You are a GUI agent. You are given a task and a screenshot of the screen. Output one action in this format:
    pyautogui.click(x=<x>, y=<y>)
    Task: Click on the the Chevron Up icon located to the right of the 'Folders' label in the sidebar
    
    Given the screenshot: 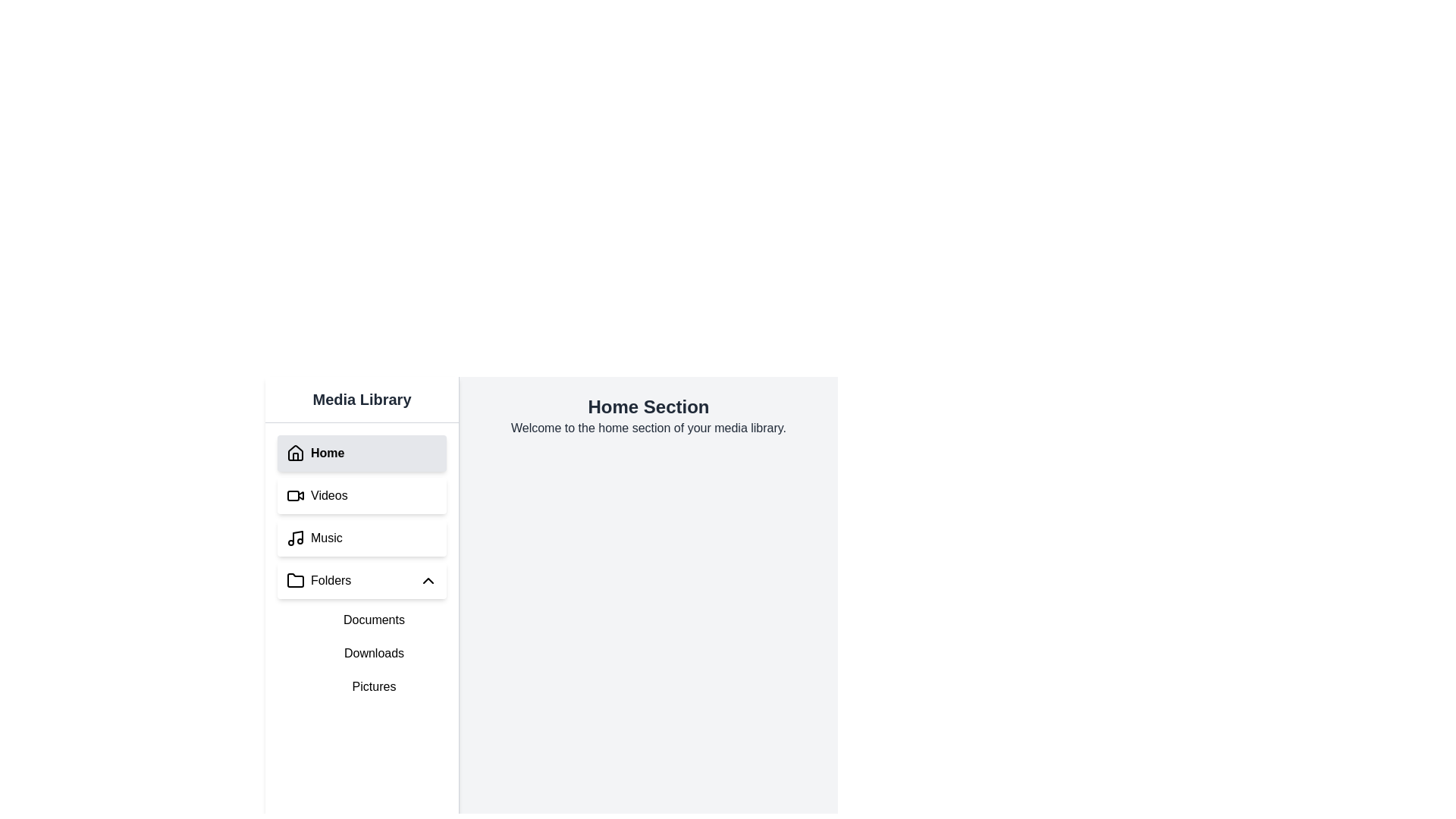 What is the action you would take?
    pyautogui.click(x=428, y=580)
    